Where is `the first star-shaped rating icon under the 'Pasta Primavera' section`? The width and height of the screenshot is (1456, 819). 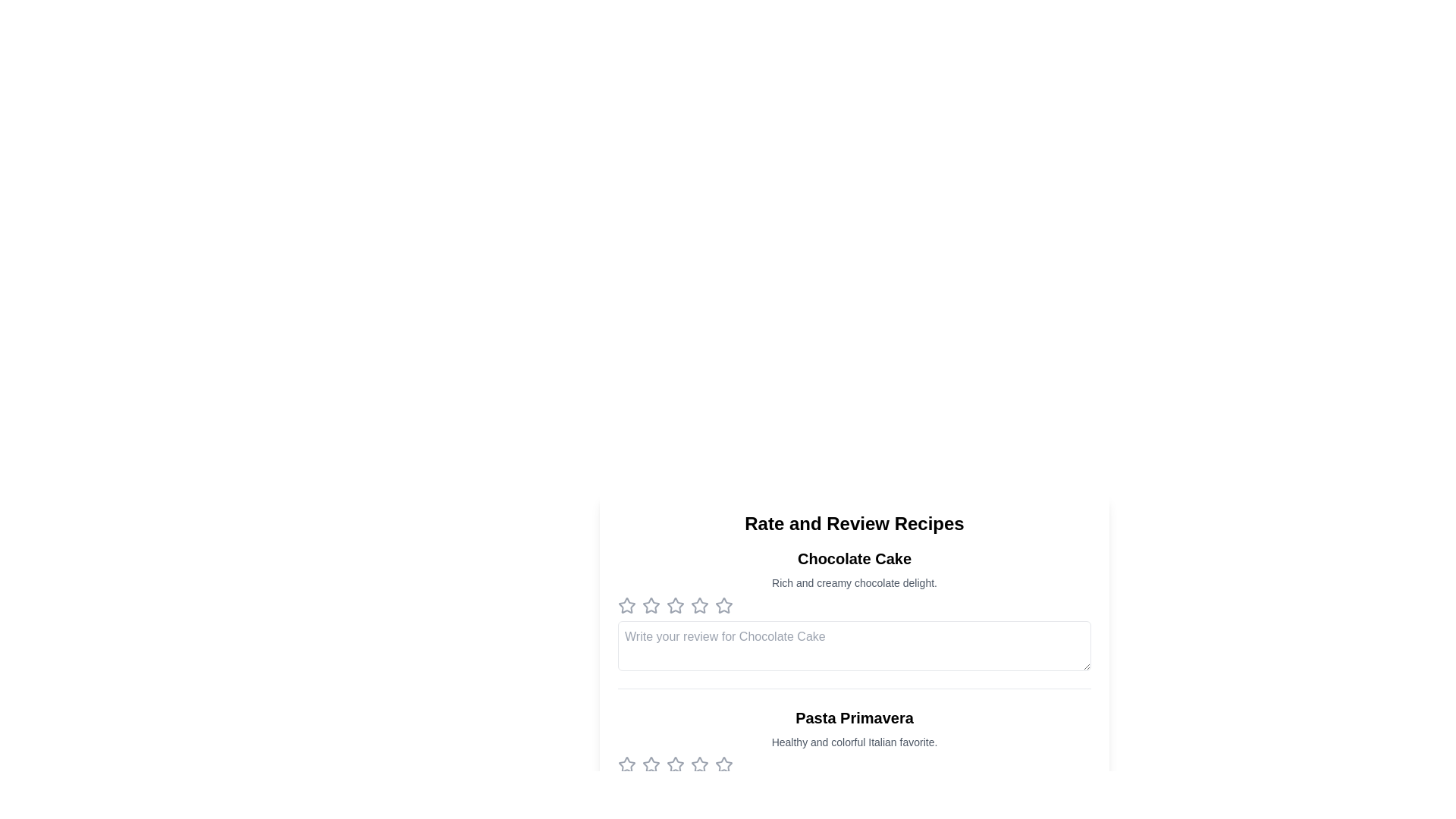 the first star-shaped rating icon under the 'Pasta Primavera' section is located at coordinates (675, 764).